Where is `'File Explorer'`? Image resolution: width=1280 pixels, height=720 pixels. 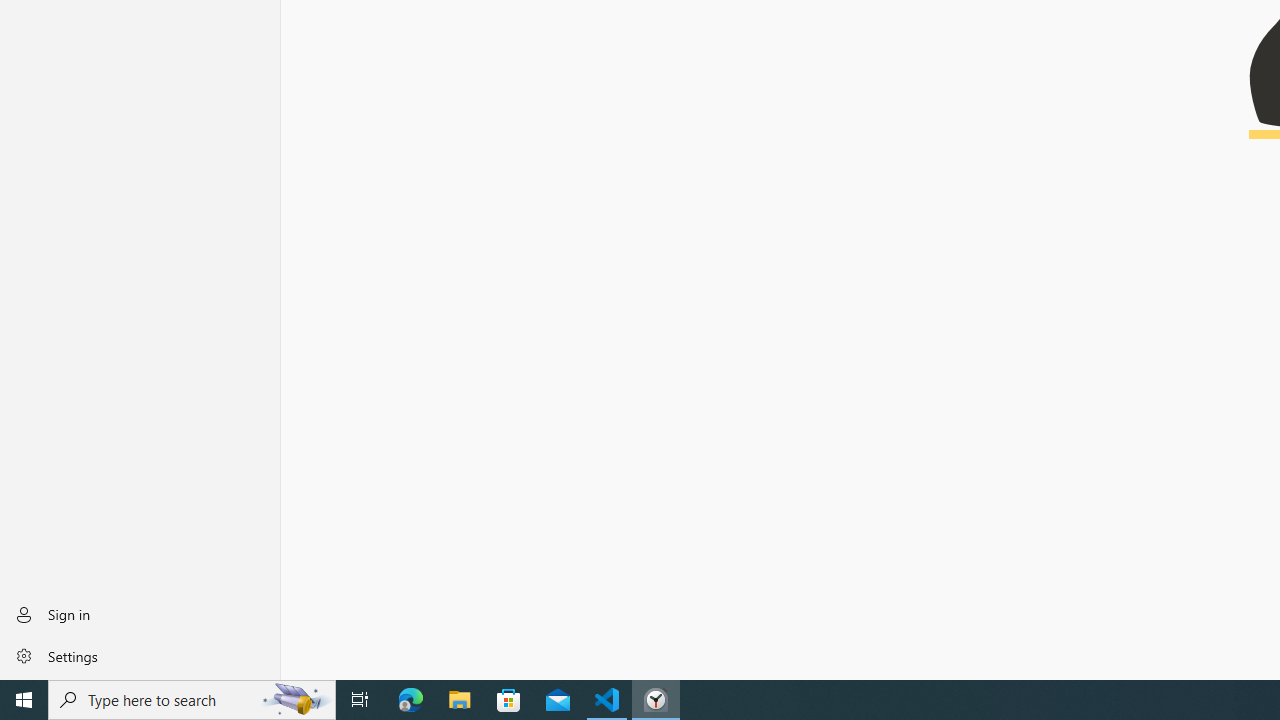 'File Explorer' is located at coordinates (459, 698).